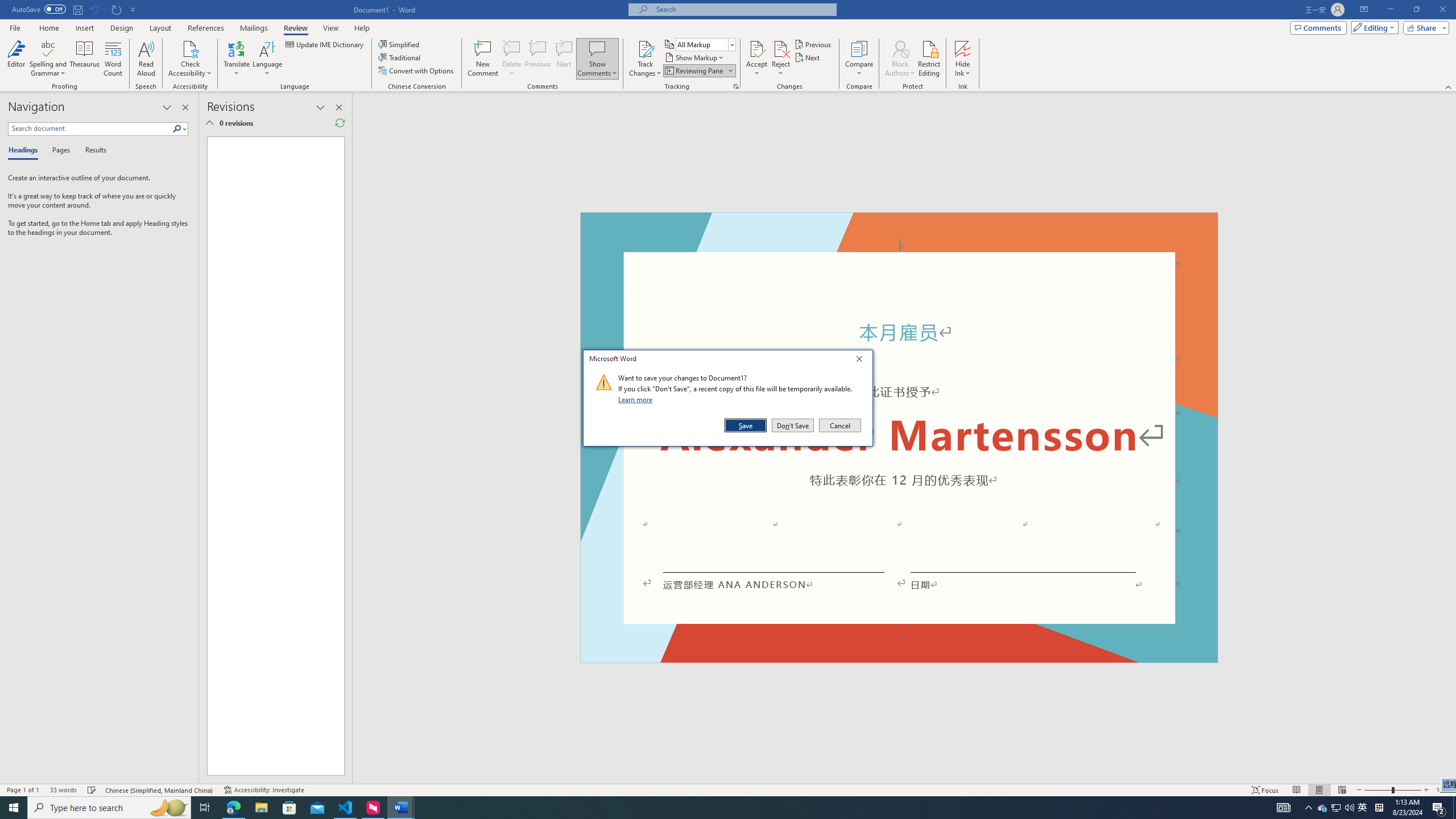  Describe the element at coordinates (1319, 790) in the screenshot. I see `'Print Layout'` at that location.